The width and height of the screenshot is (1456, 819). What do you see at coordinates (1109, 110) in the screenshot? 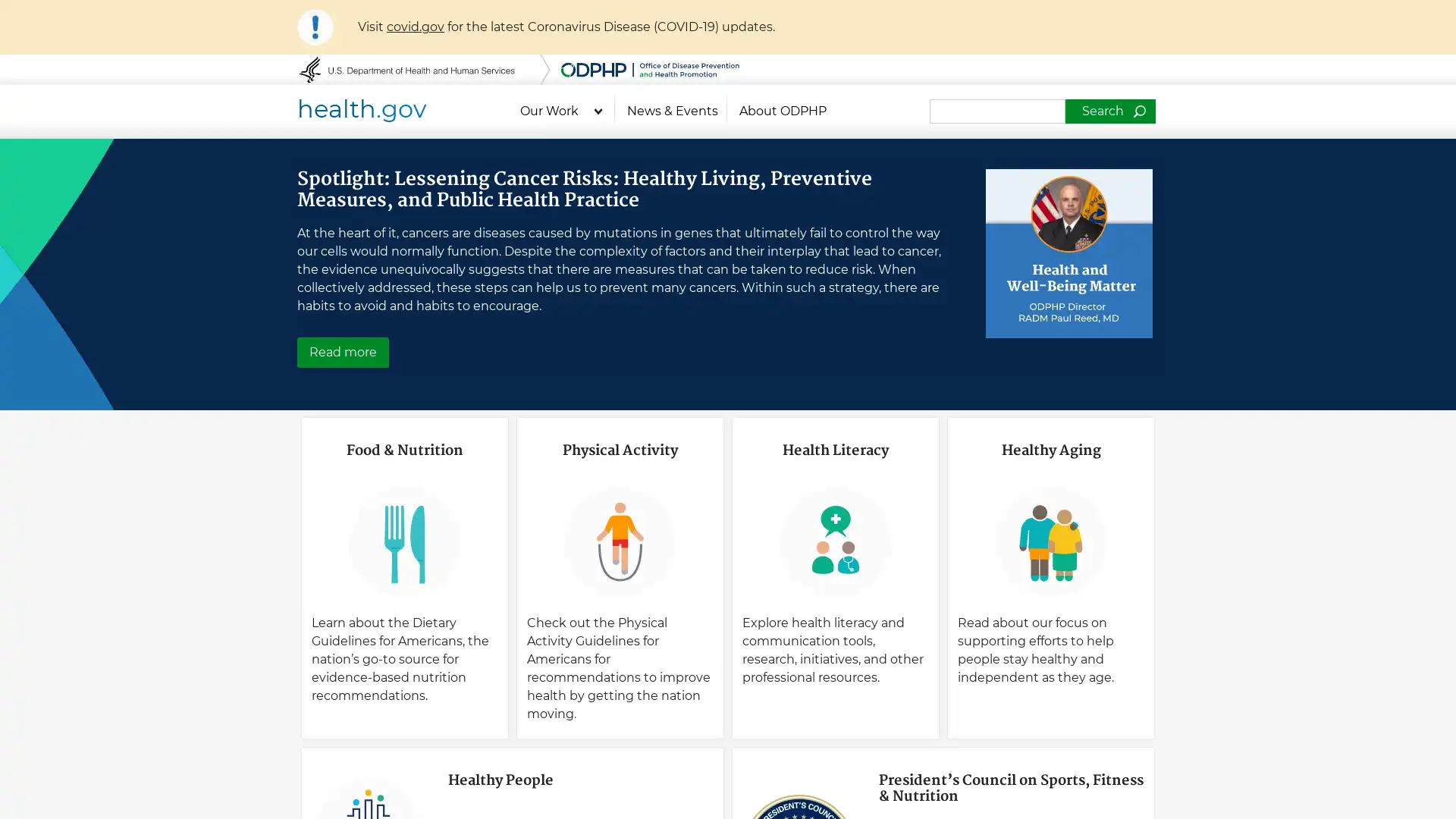
I see `Search` at bounding box center [1109, 110].